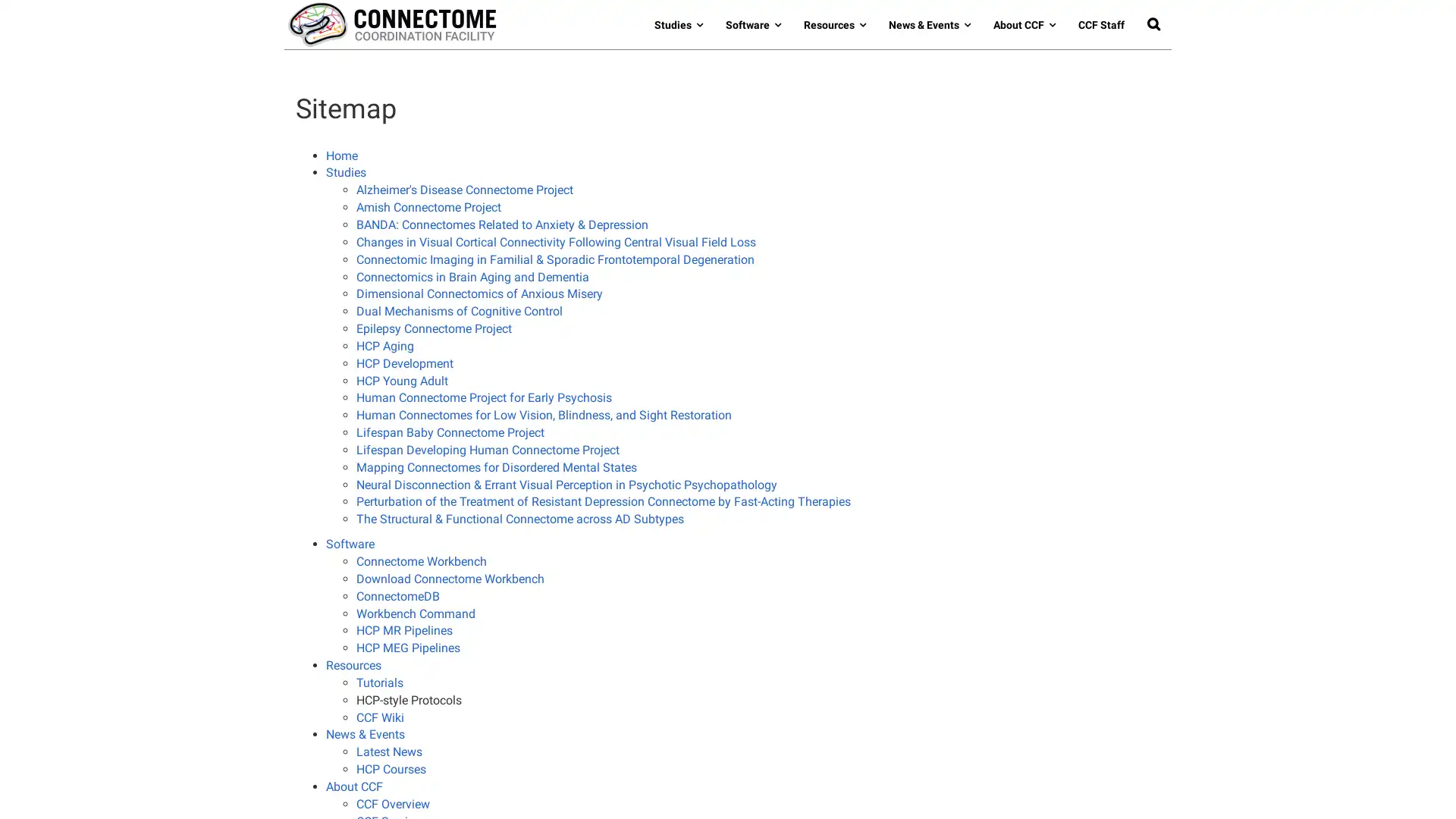  I want to click on About CCF, so click(1024, 29).